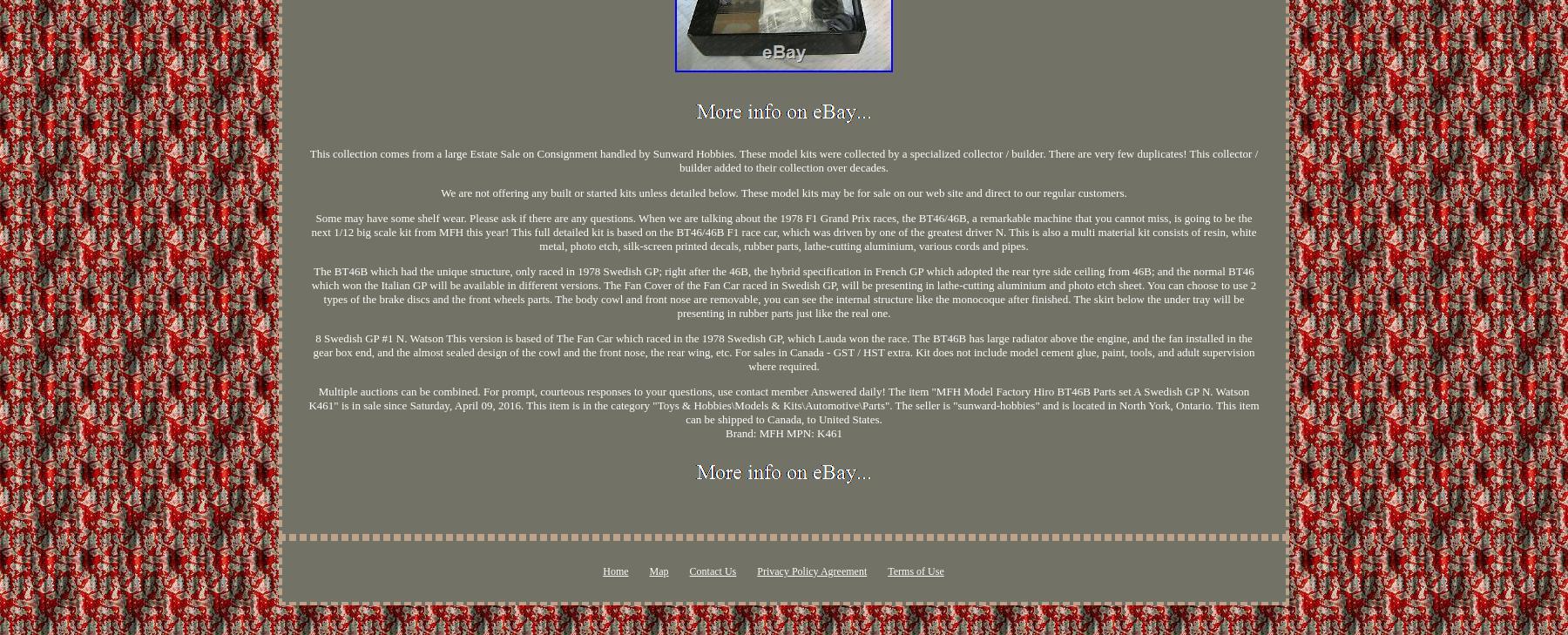 The image size is (1568, 635). I want to click on 'Privacy Policy Agreement', so click(811, 571).